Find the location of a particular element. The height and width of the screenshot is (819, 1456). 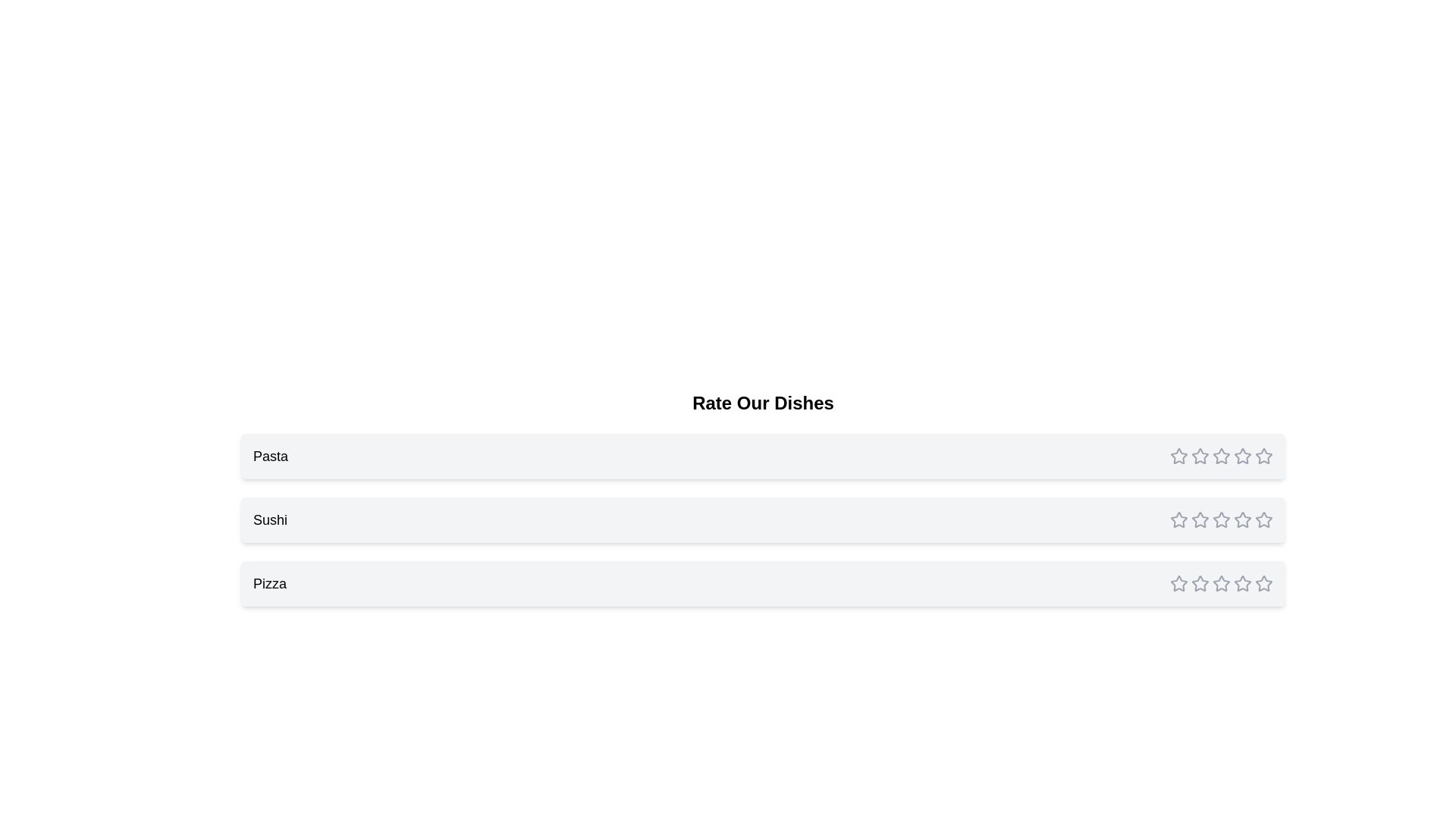

the second List item card labeled 'Sushi' in the vertical list under 'Rate Our Dishes' is located at coordinates (763, 519).